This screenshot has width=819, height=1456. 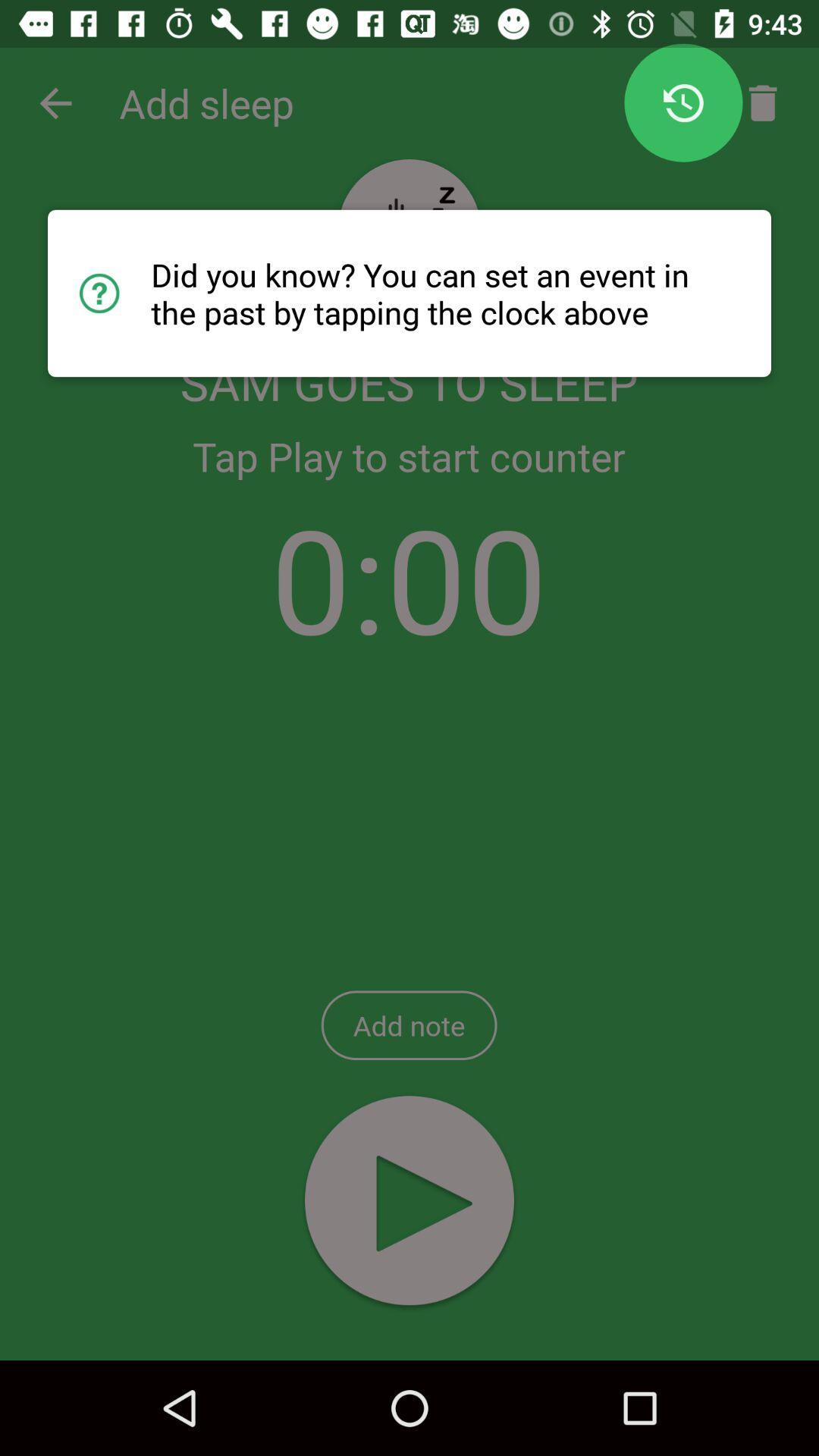 I want to click on the icon above add note item, so click(x=408, y=577).